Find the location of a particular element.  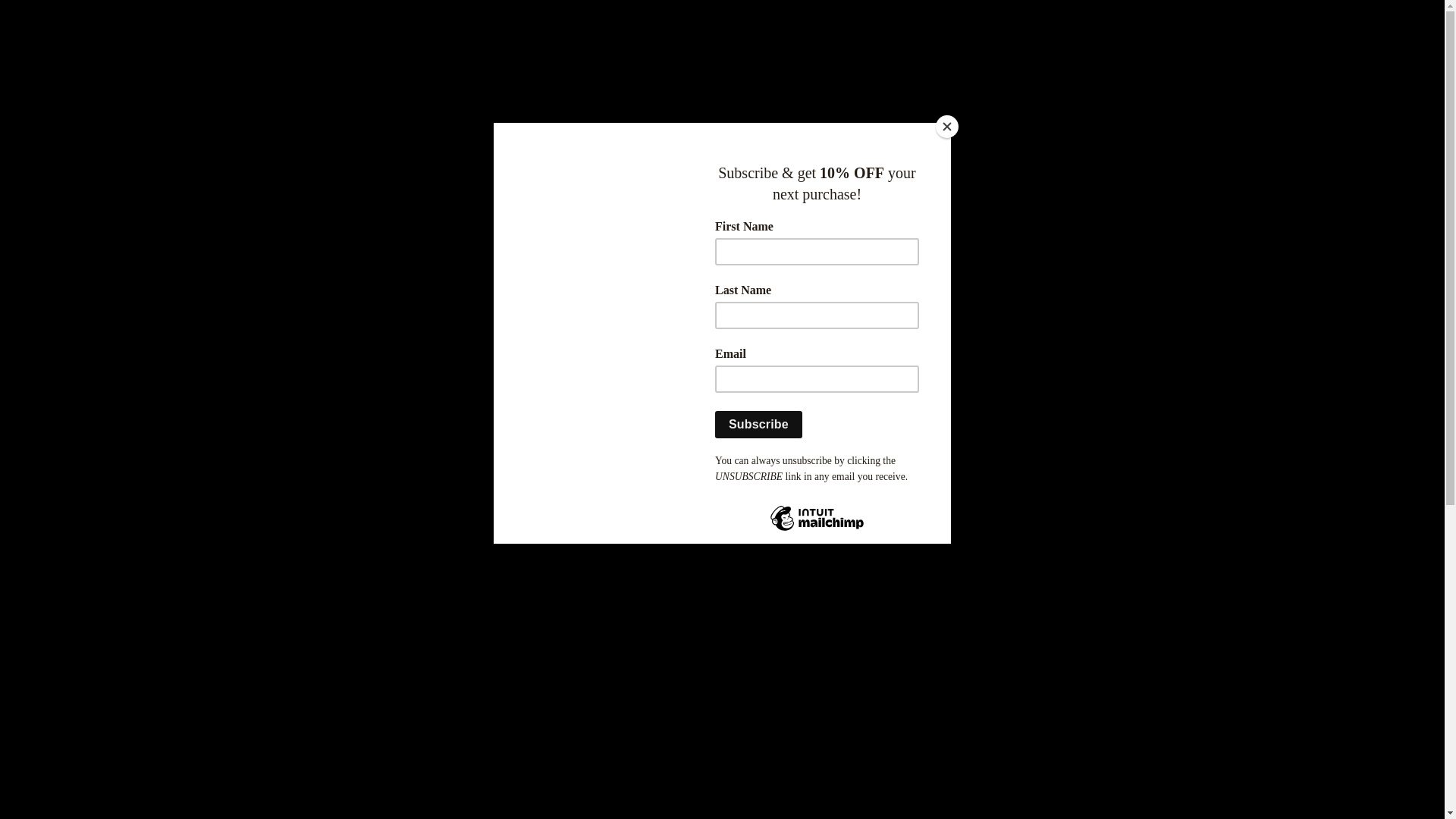

'NEW' is located at coordinates (410, 314).